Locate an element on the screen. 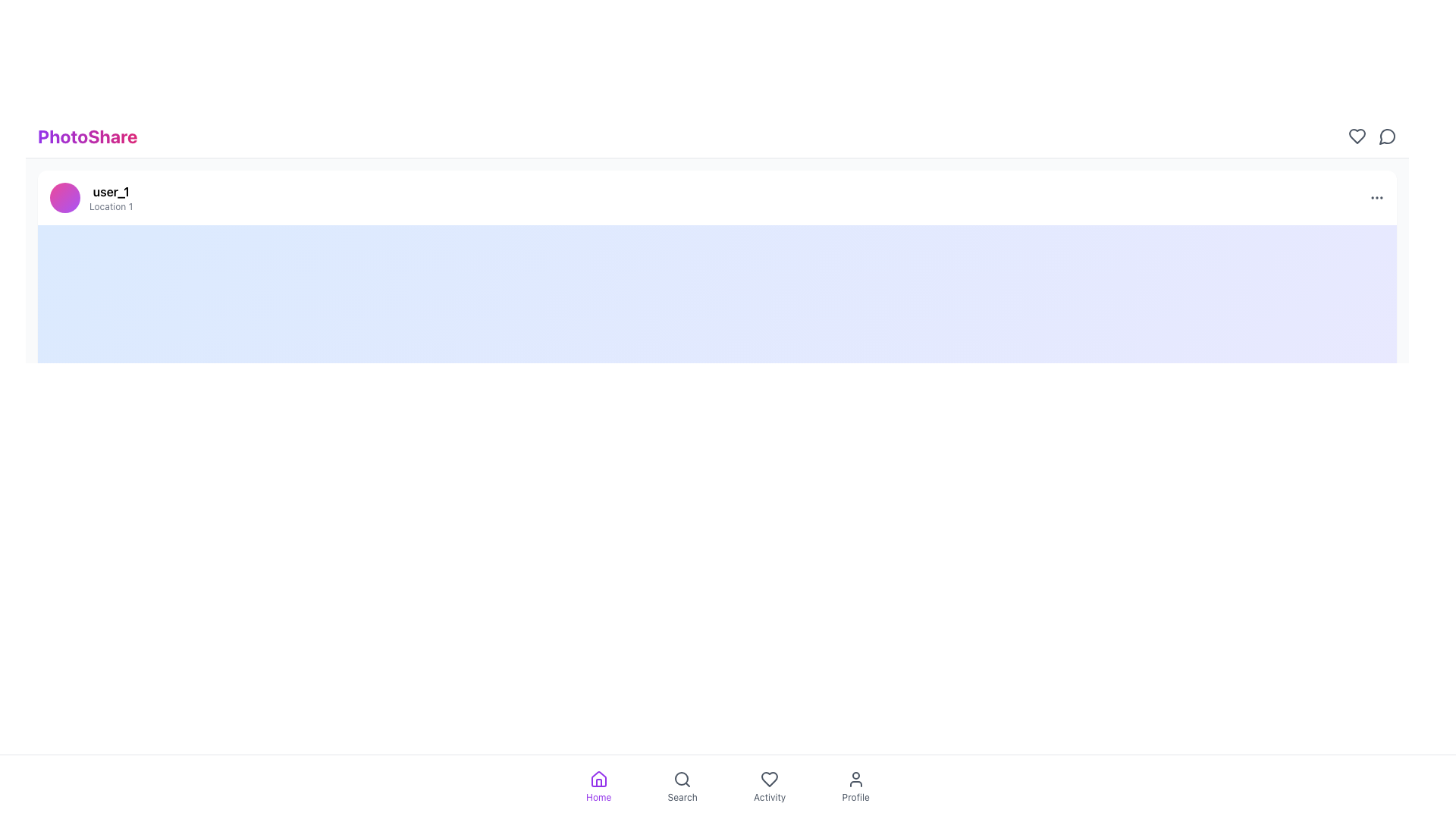 This screenshot has height=819, width=1456. the 'Activity' text label located at the bottom center of the navigation bar to read or access its context is located at coordinates (770, 797).